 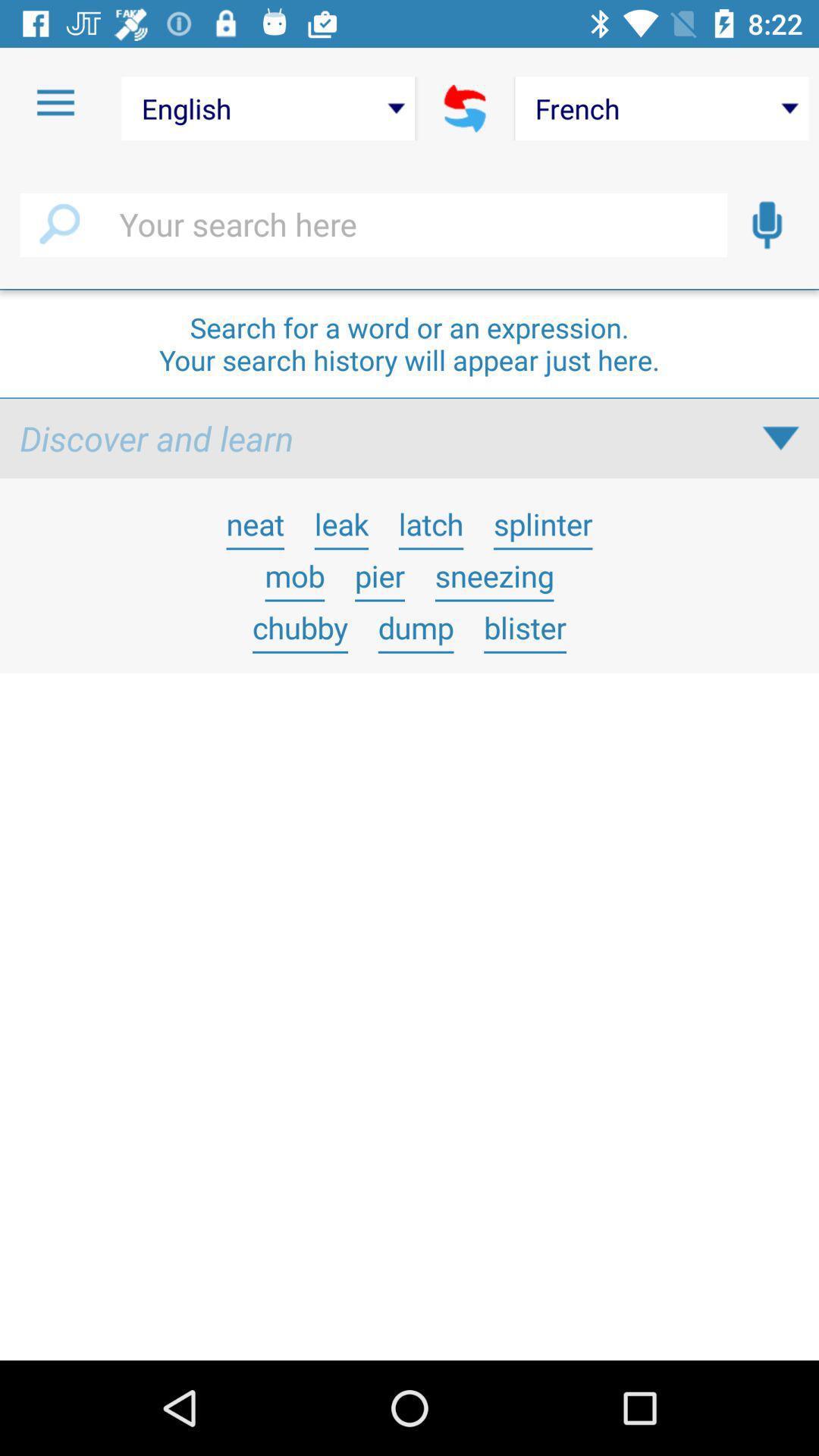 What do you see at coordinates (464, 108) in the screenshot?
I see `switch origin language` at bounding box center [464, 108].